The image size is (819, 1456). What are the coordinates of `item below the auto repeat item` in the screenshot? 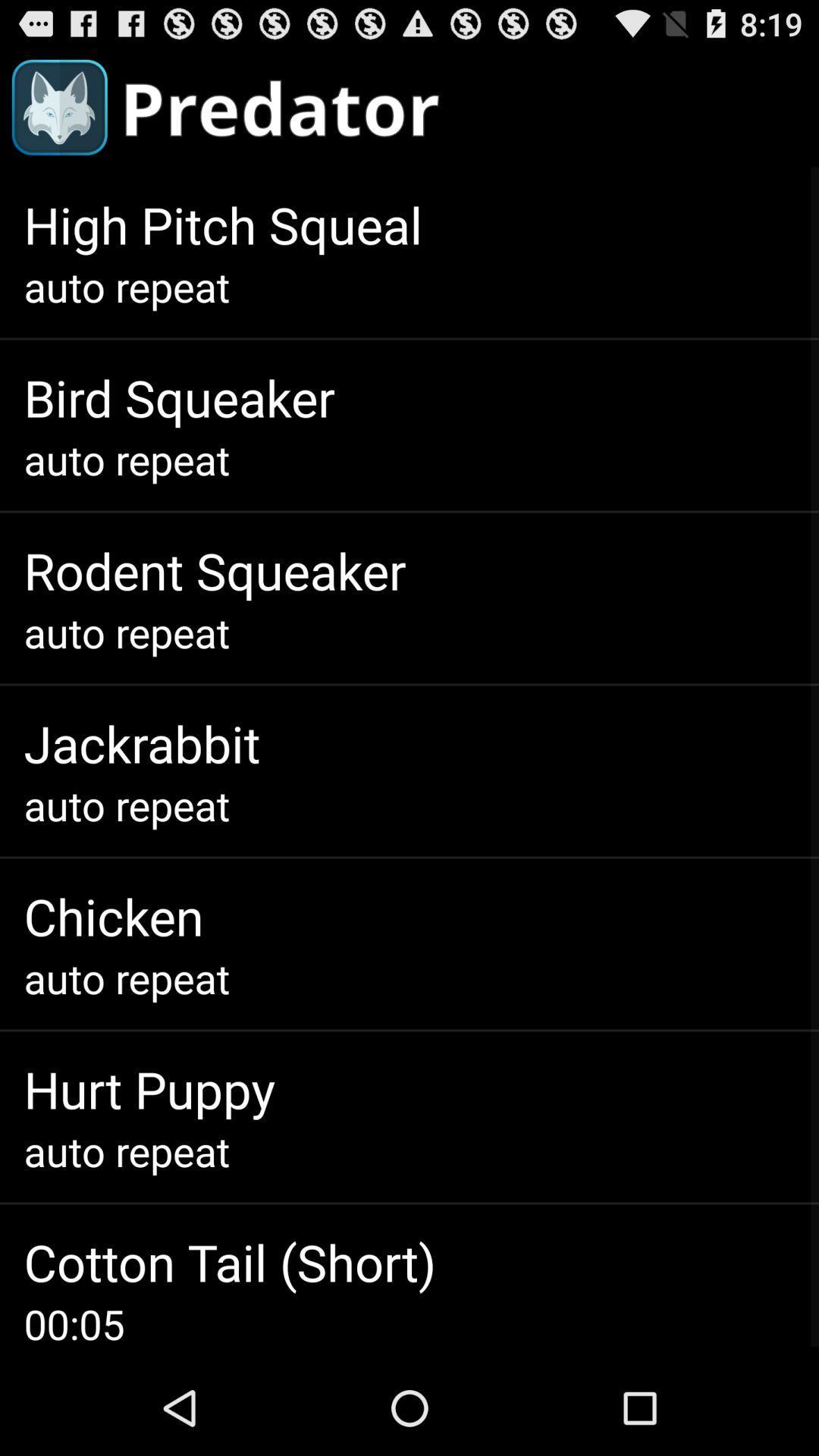 It's located at (215, 570).